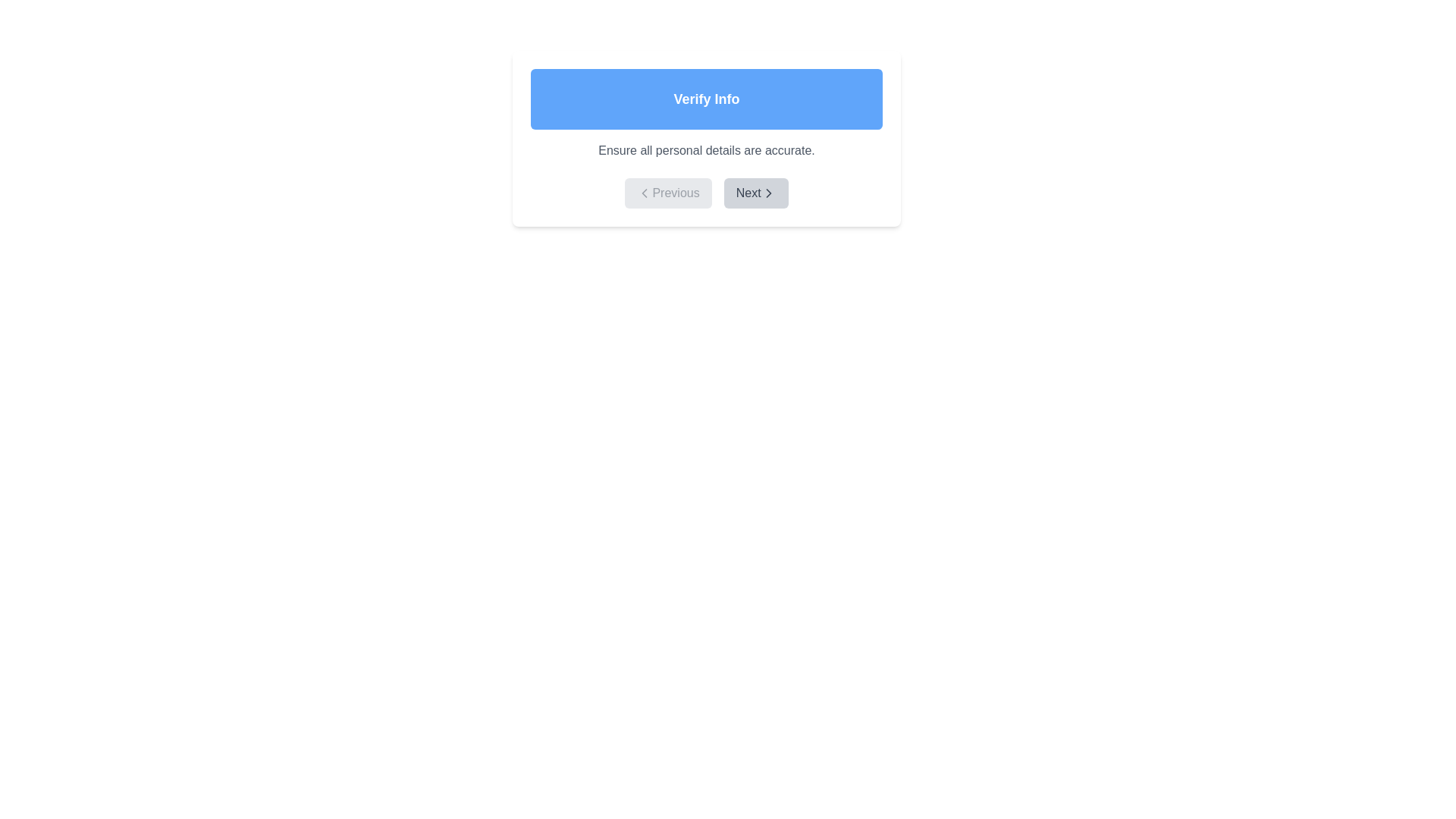 Image resolution: width=1456 pixels, height=819 pixels. What do you see at coordinates (667, 192) in the screenshot?
I see `the 'Previous' button located in the lower section of the dialog box below the blue header labeled 'Verify Info.'` at bounding box center [667, 192].